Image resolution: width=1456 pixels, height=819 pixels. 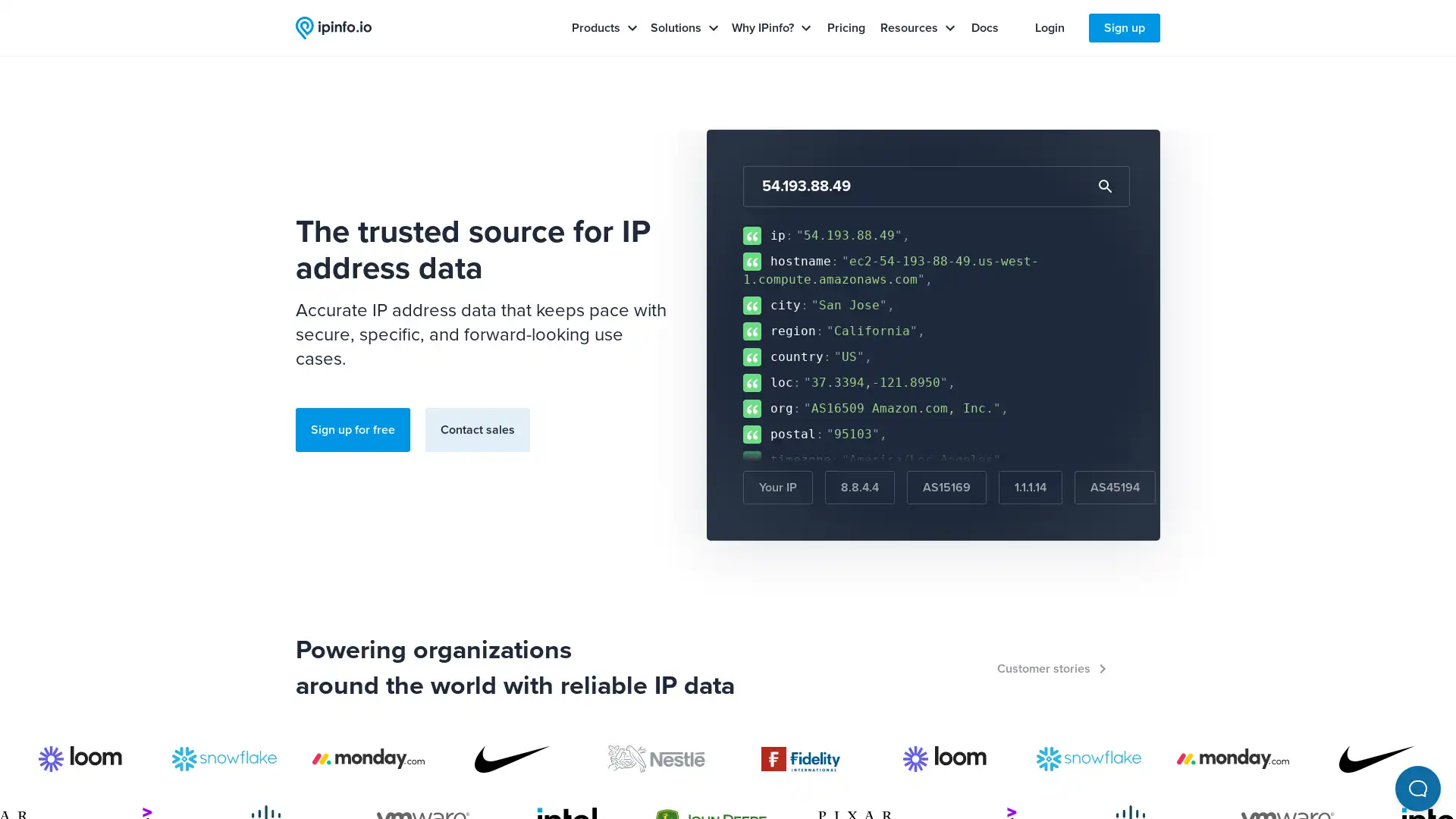 I want to click on Products, so click(x=604, y=28).